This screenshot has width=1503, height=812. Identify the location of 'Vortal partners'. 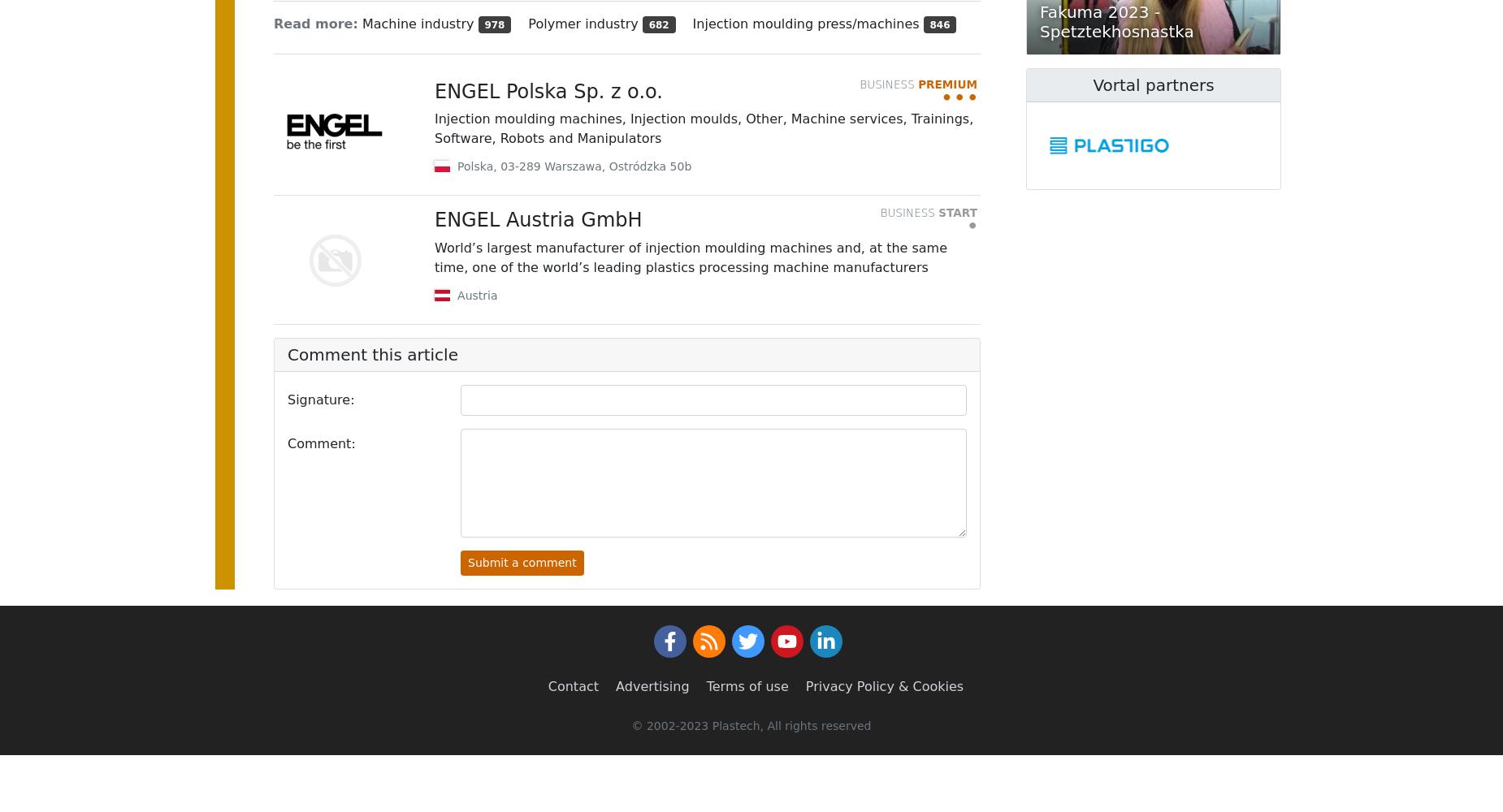
(1153, 84).